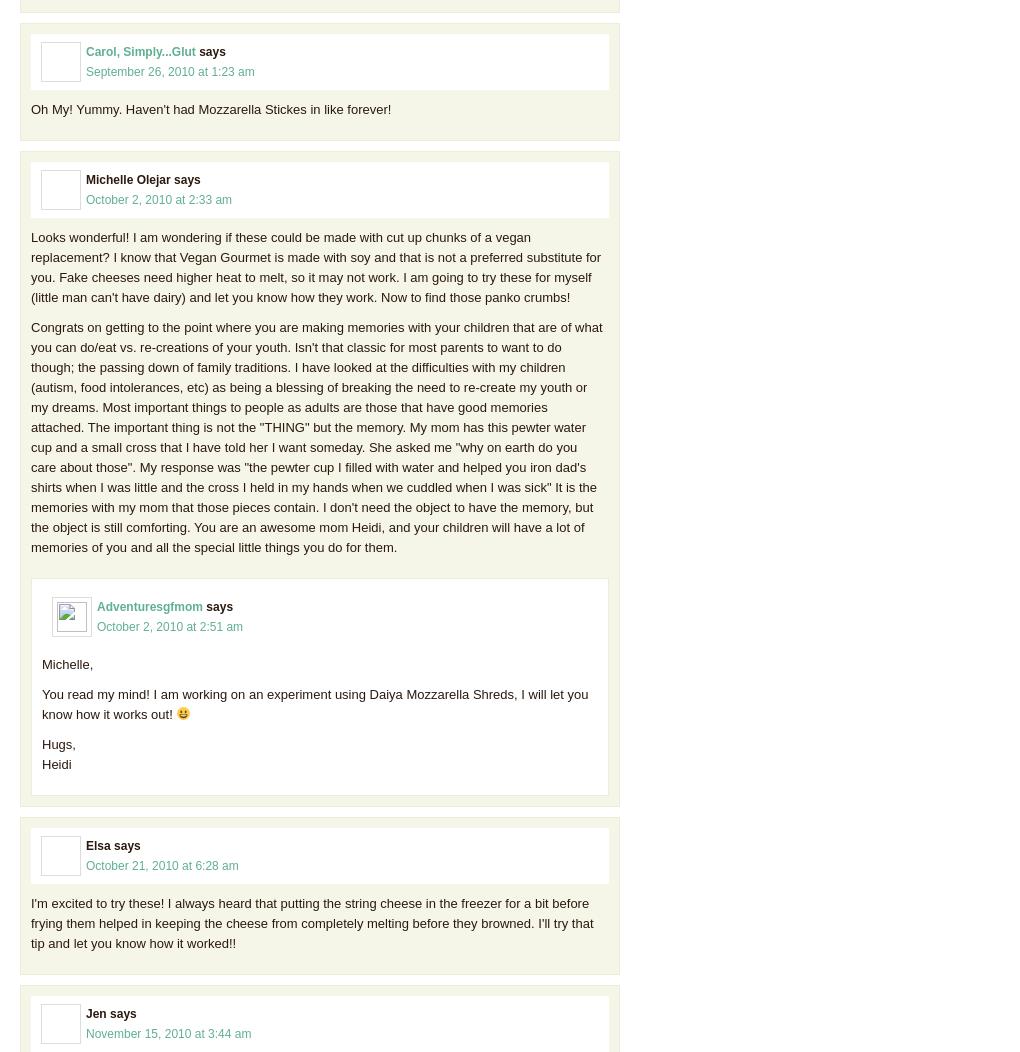 The width and height of the screenshot is (1020, 1052). I want to click on 'Looks wonderful!  I am wondering if these could be made with cut up chunks of a vegan replacement?  I know that Vegan Gourmet is made with soy and that is not a preferred substitute for you.  Fake cheeses need higher heat to melt, so it may not work. I am going to try these for myself (little man can't have dairy) and let you know how they work.  Now to find those panko crumbs!', so click(315, 266).